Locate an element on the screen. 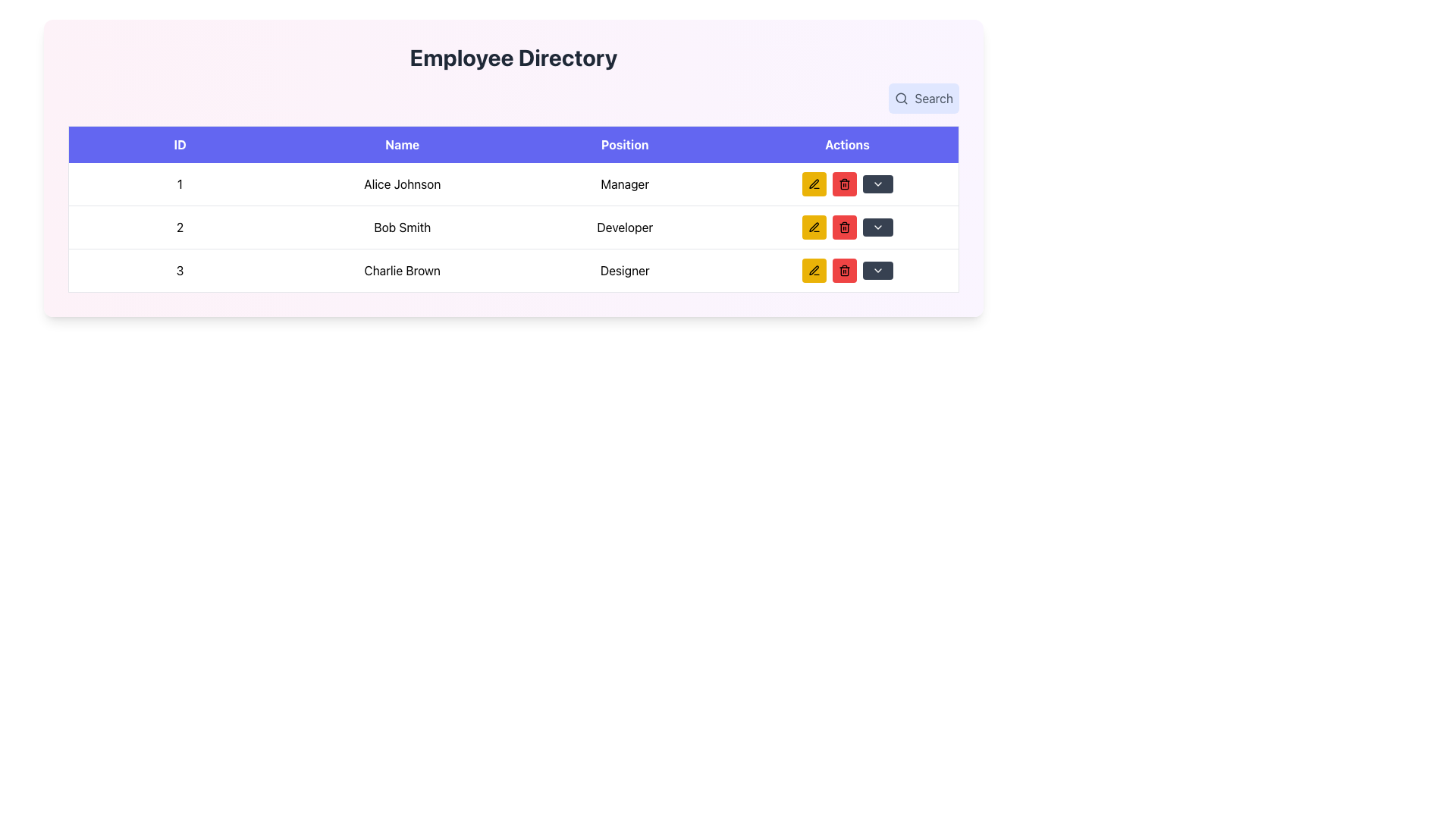 The width and height of the screenshot is (1456, 819). the edit icon located within the yellow button in the 'Actions' column of the first row of the data table for 'Alice Johnson' to initiate editing is located at coordinates (813, 184).